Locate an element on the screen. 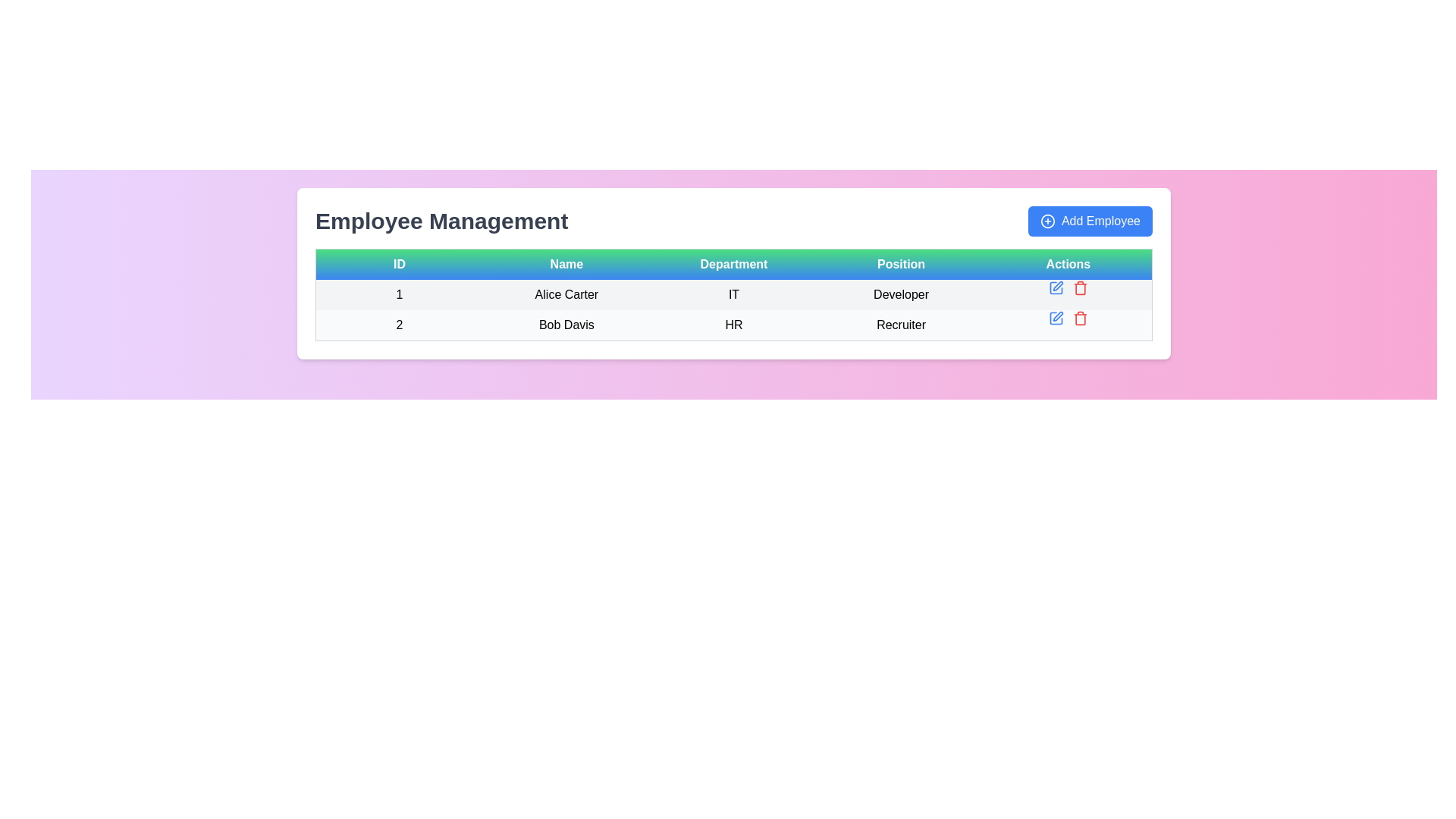 Image resolution: width=1456 pixels, height=819 pixels. the text element displaying 'HR' in bold, located in the 'Department' column of the row for 'Bob Davis' is located at coordinates (734, 325).